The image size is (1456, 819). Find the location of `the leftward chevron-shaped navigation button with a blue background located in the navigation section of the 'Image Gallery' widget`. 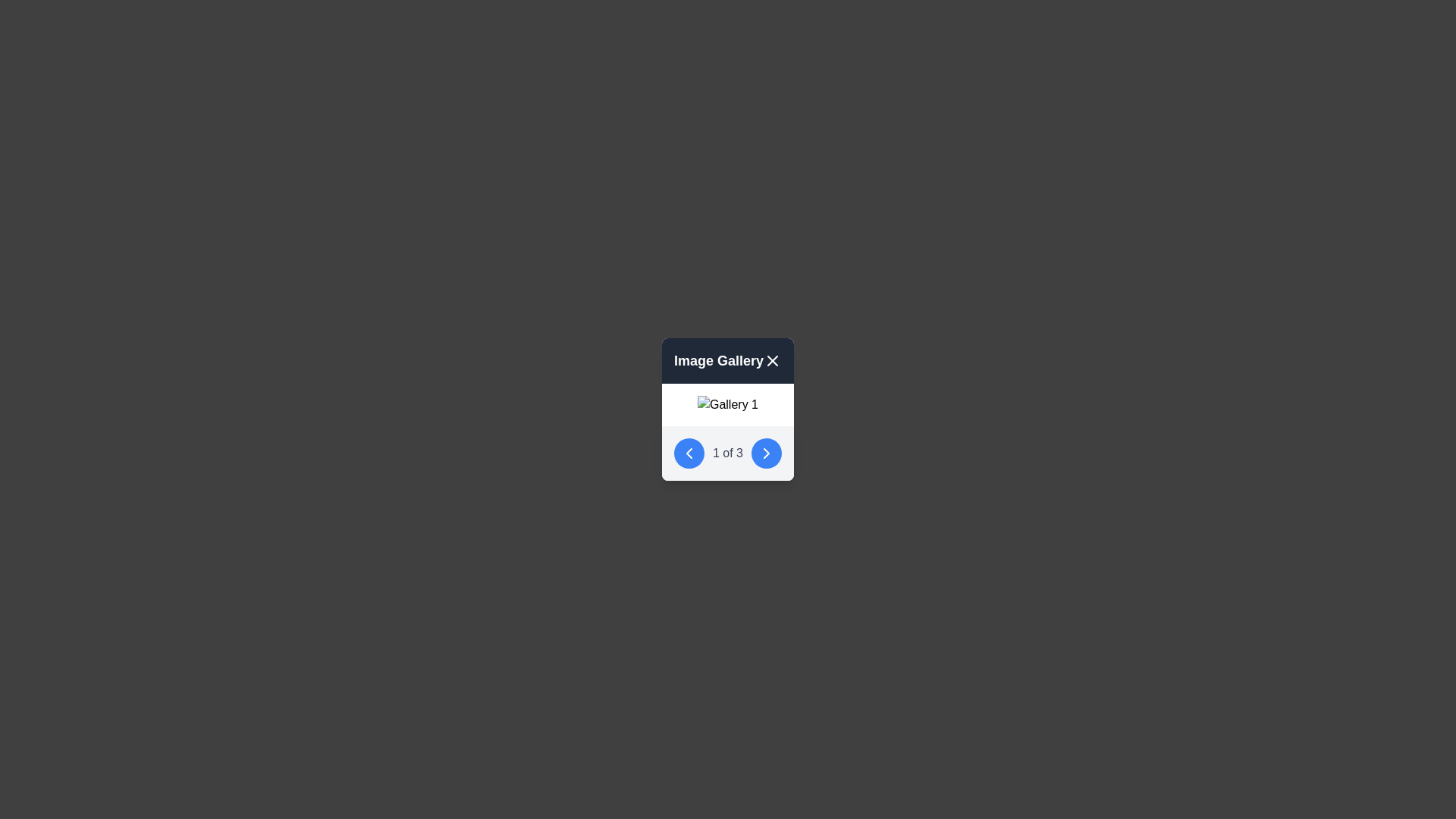

the leftward chevron-shaped navigation button with a blue background located in the navigation section of the 'Image Gallery' widget is located at coordinates (688, 452).